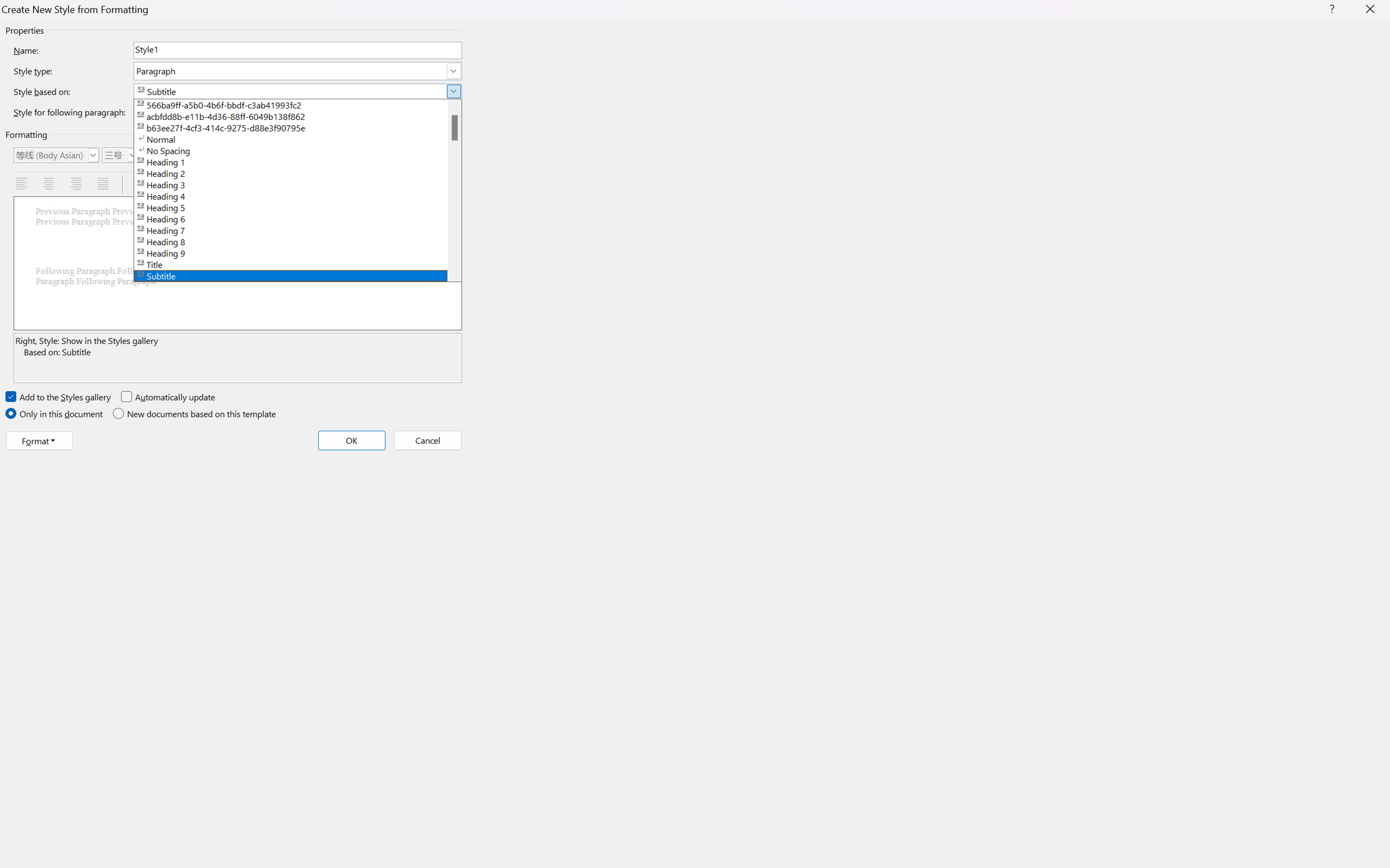  I want to click on 'Align Right', so click(76, 184).